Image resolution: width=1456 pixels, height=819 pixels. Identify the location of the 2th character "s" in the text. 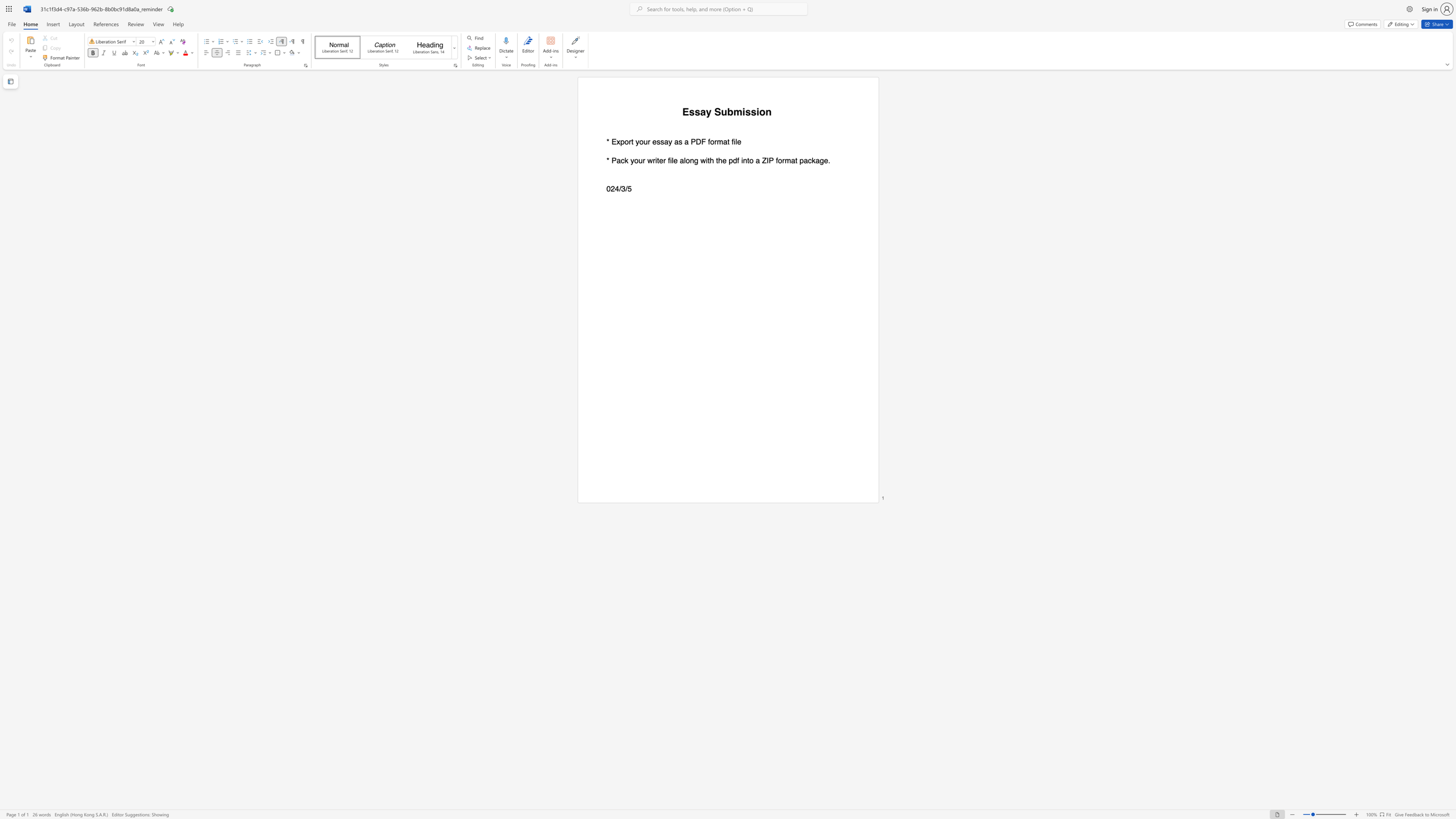
(697, 111).